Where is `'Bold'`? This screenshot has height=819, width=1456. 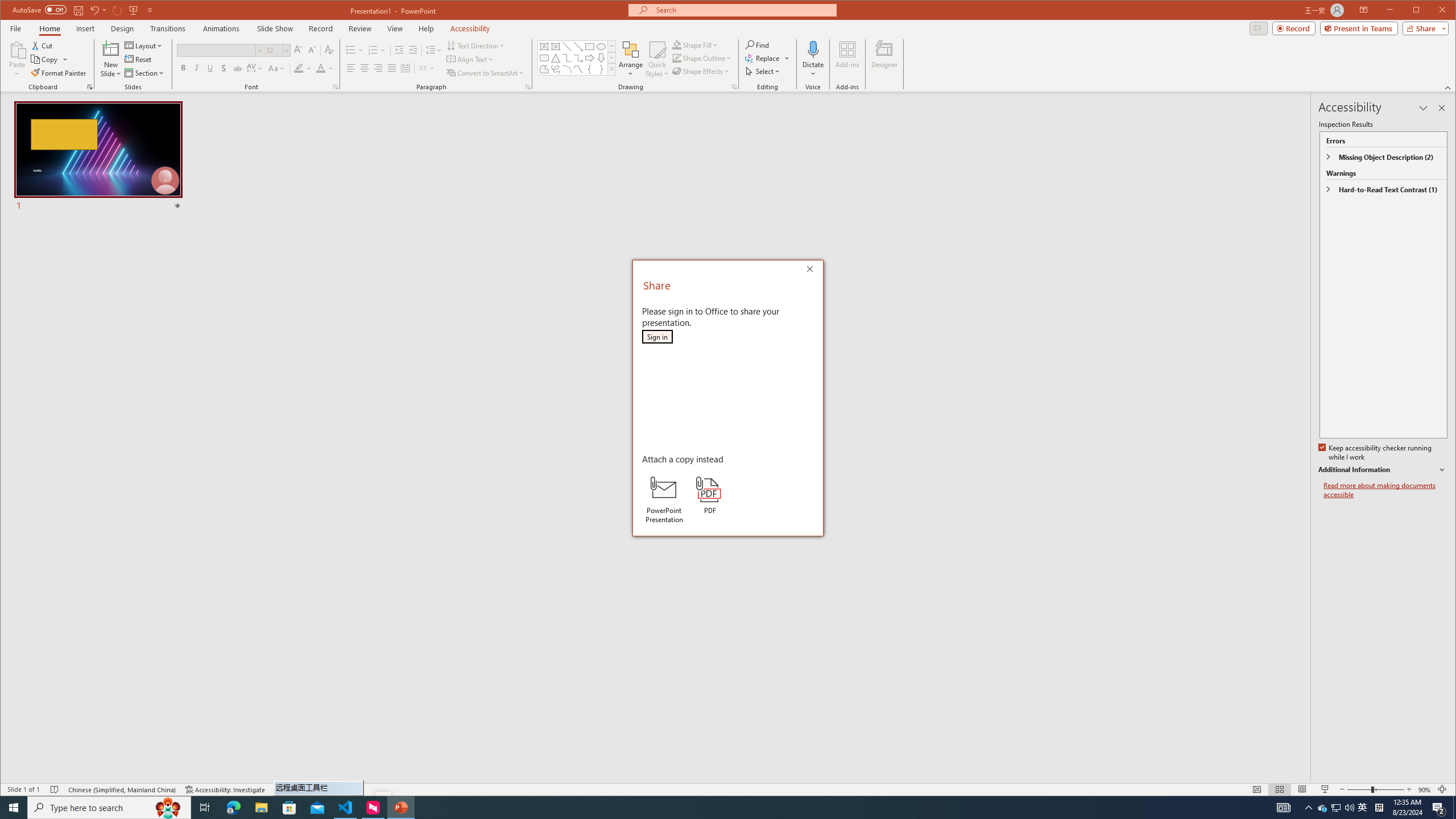 'Bold' is located at coordinates (183, 68).